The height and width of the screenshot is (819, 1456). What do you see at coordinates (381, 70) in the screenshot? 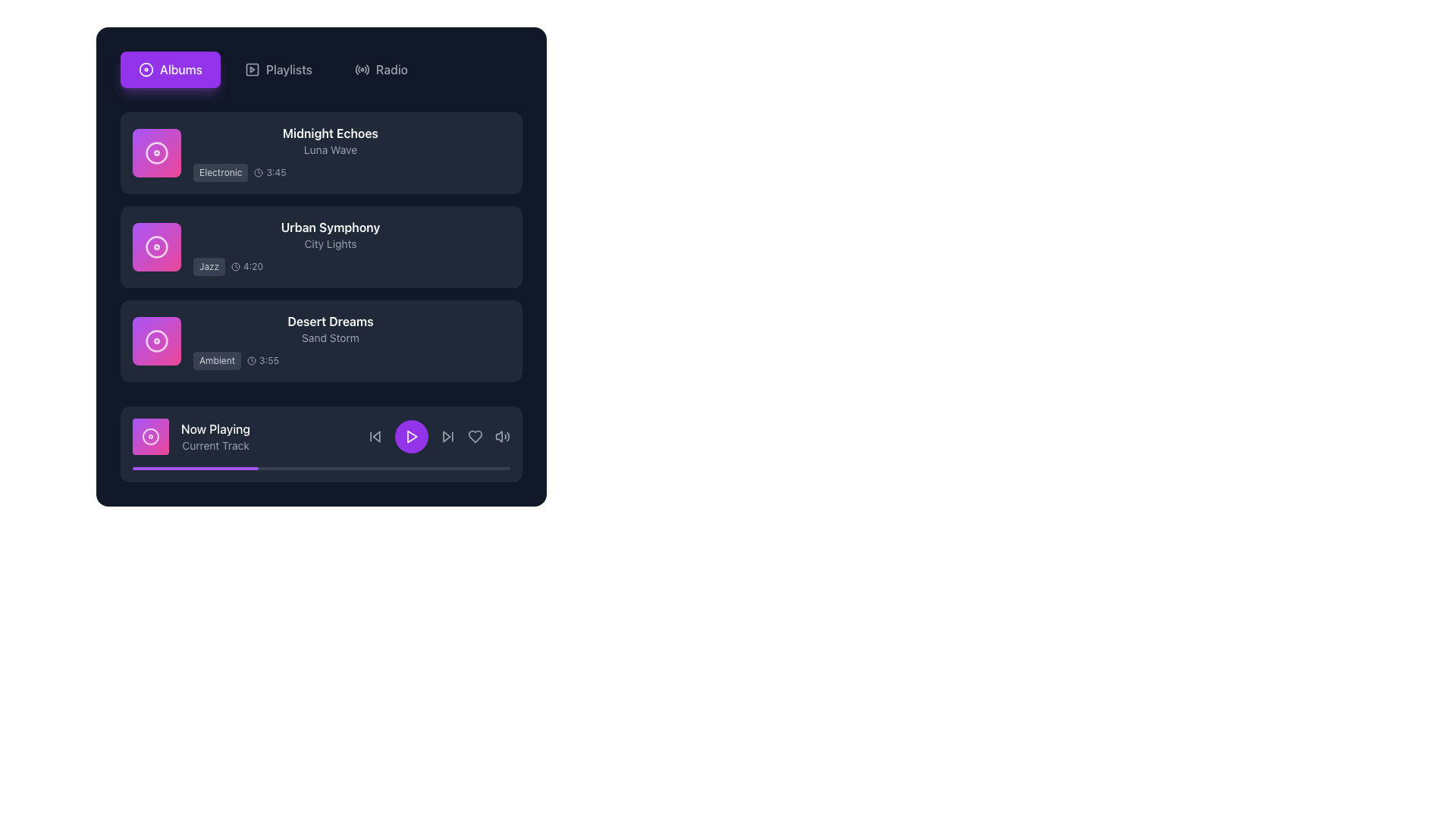
I see `the 'Radio' button, which features a radio signal icon and the text 'Radio', positioned between 'Playlists' and the rest of the interface in the horizontal navigation section labeled 'Albums Playlists Radio'` at bounding box center [381, 70].